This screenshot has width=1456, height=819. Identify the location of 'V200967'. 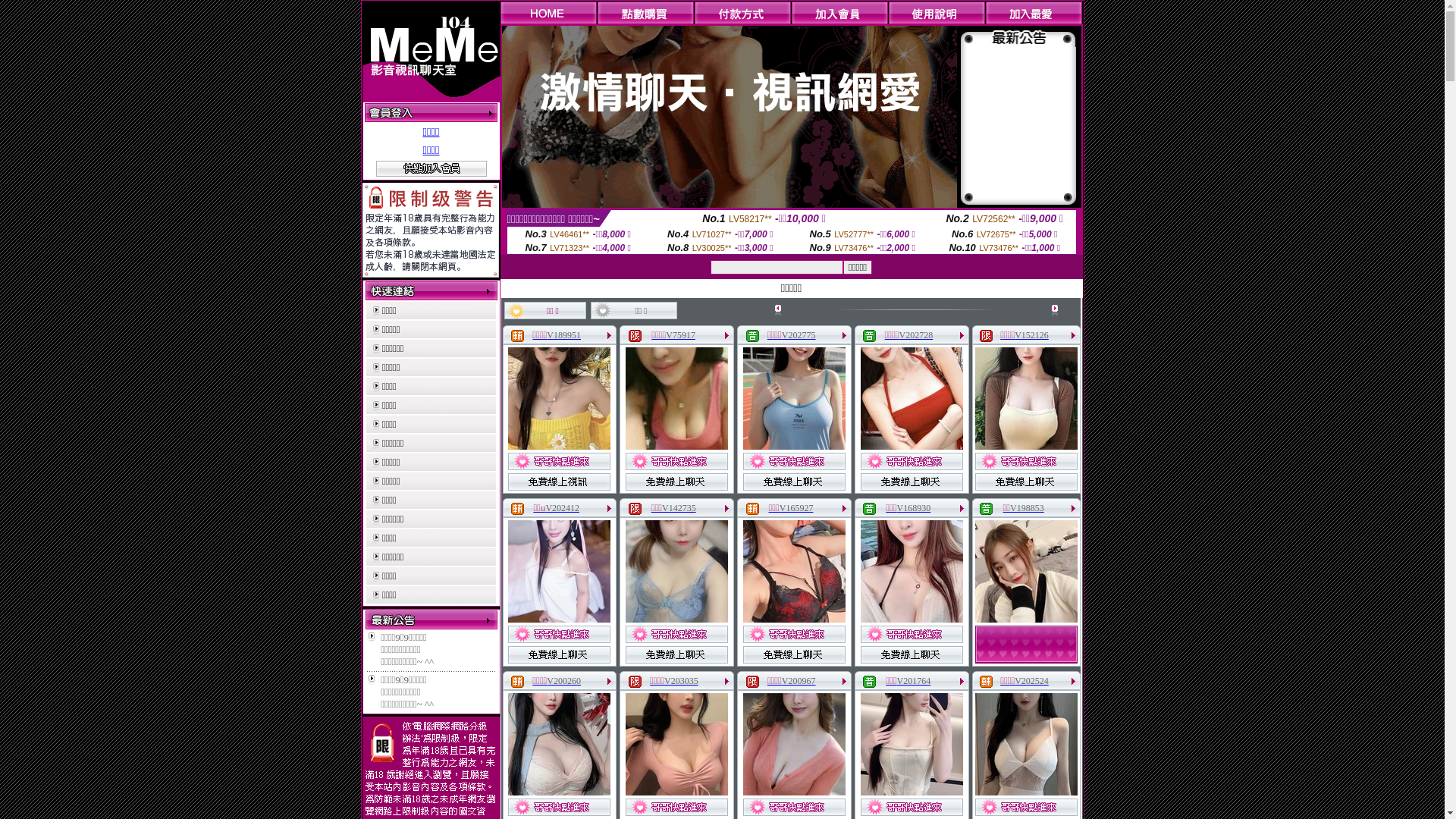
(798, 680).